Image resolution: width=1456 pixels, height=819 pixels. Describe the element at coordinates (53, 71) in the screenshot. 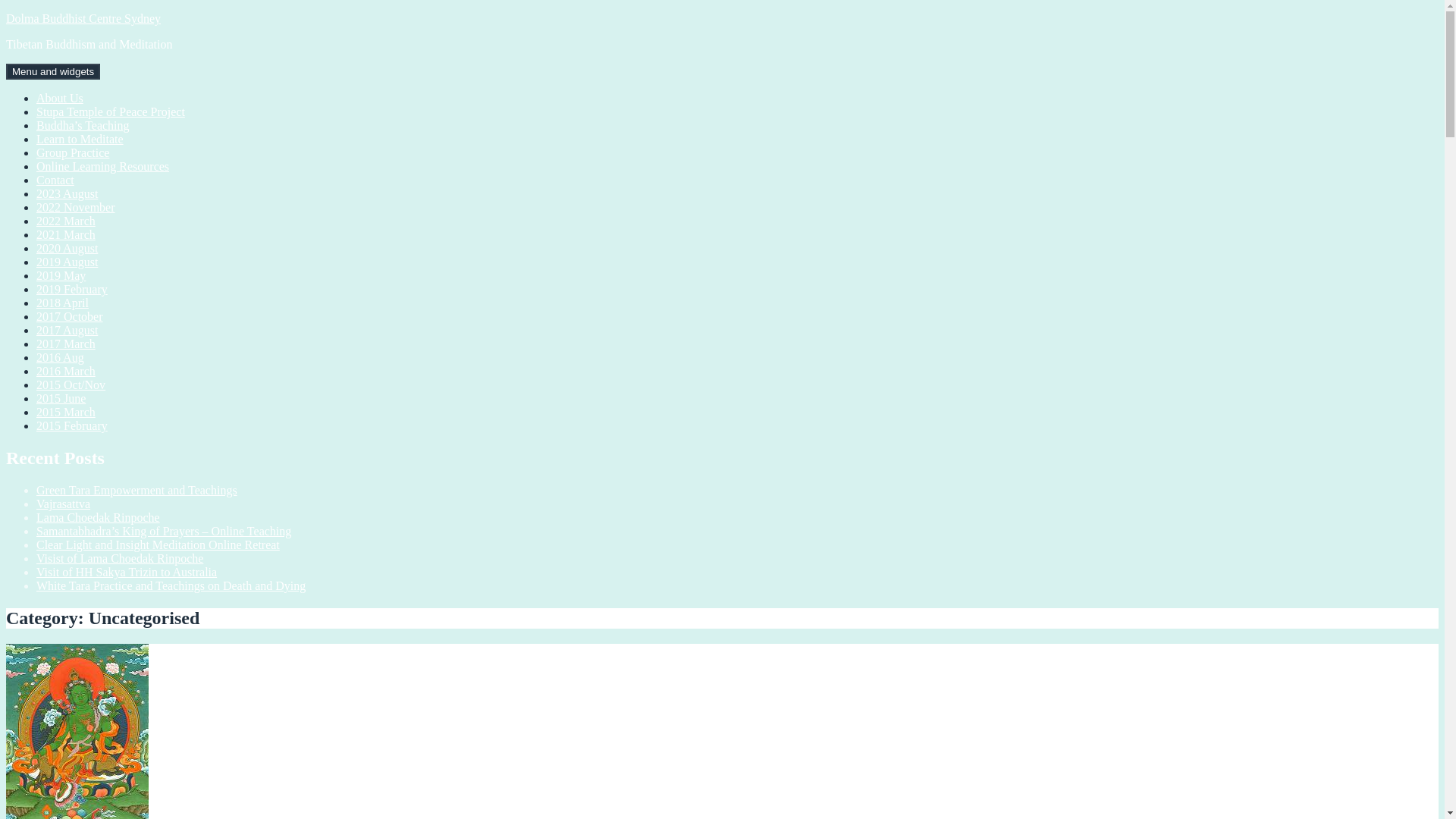

I see `'Menu and widgets'` at that location.